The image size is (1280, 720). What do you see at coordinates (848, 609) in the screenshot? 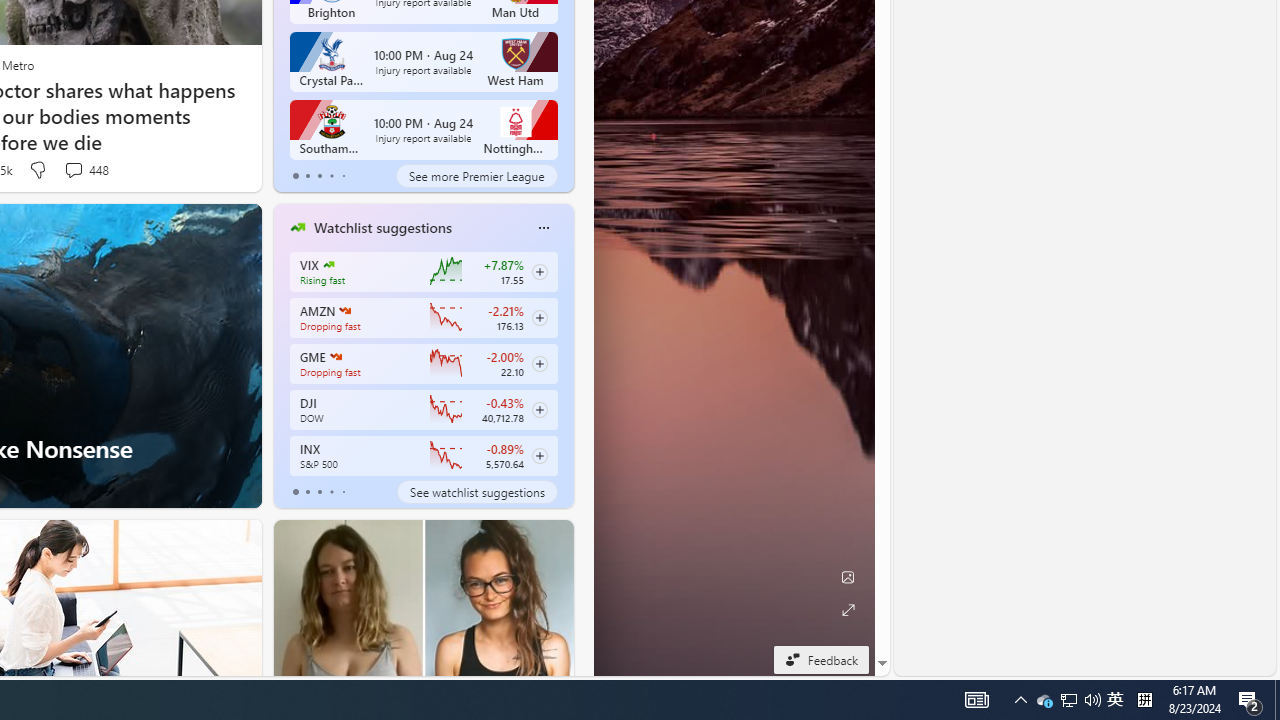
I see `'Expand background'` at bounding box center [848, 609].